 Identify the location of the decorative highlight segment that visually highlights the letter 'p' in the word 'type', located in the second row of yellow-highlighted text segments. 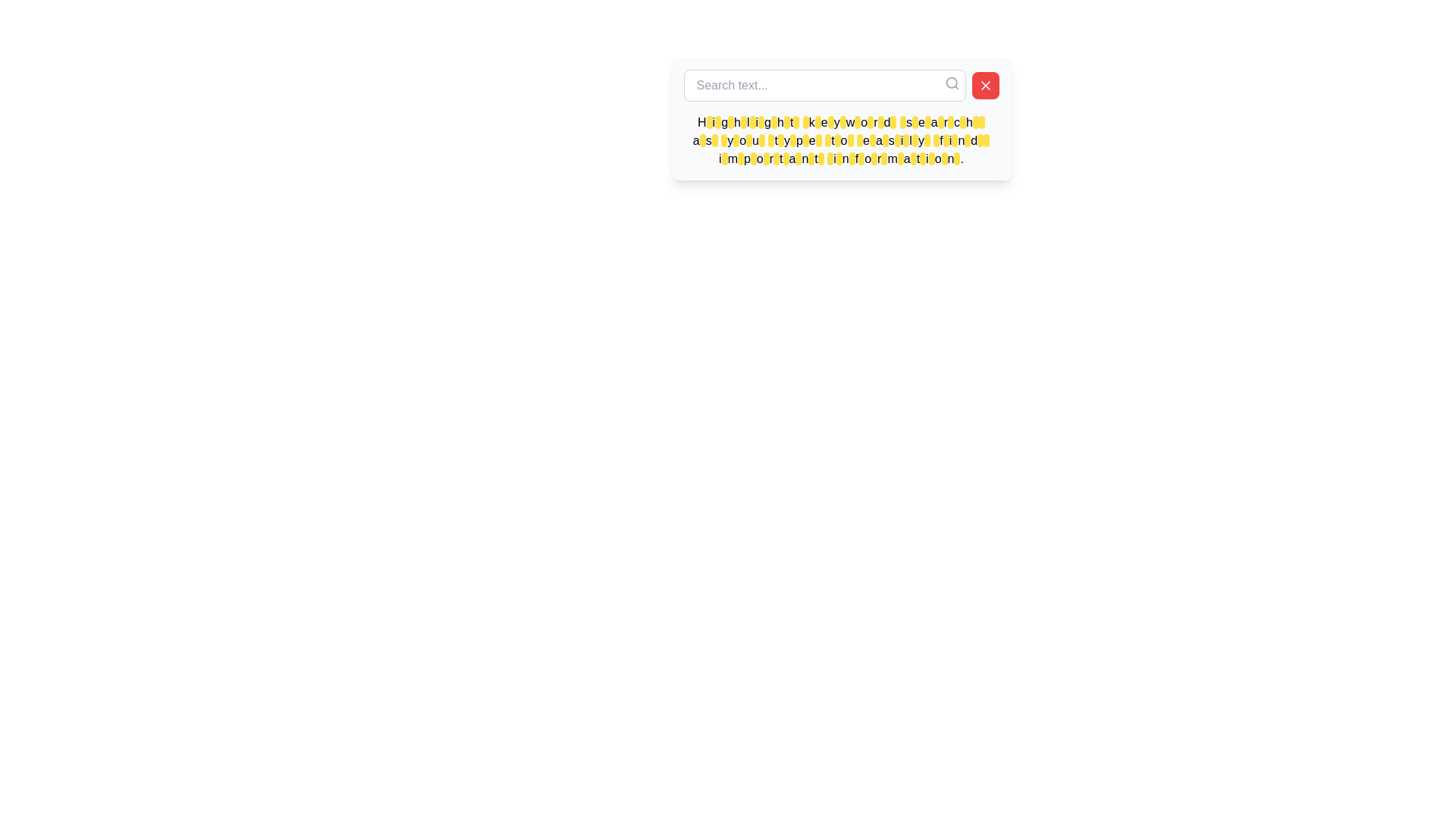
(792, 140).